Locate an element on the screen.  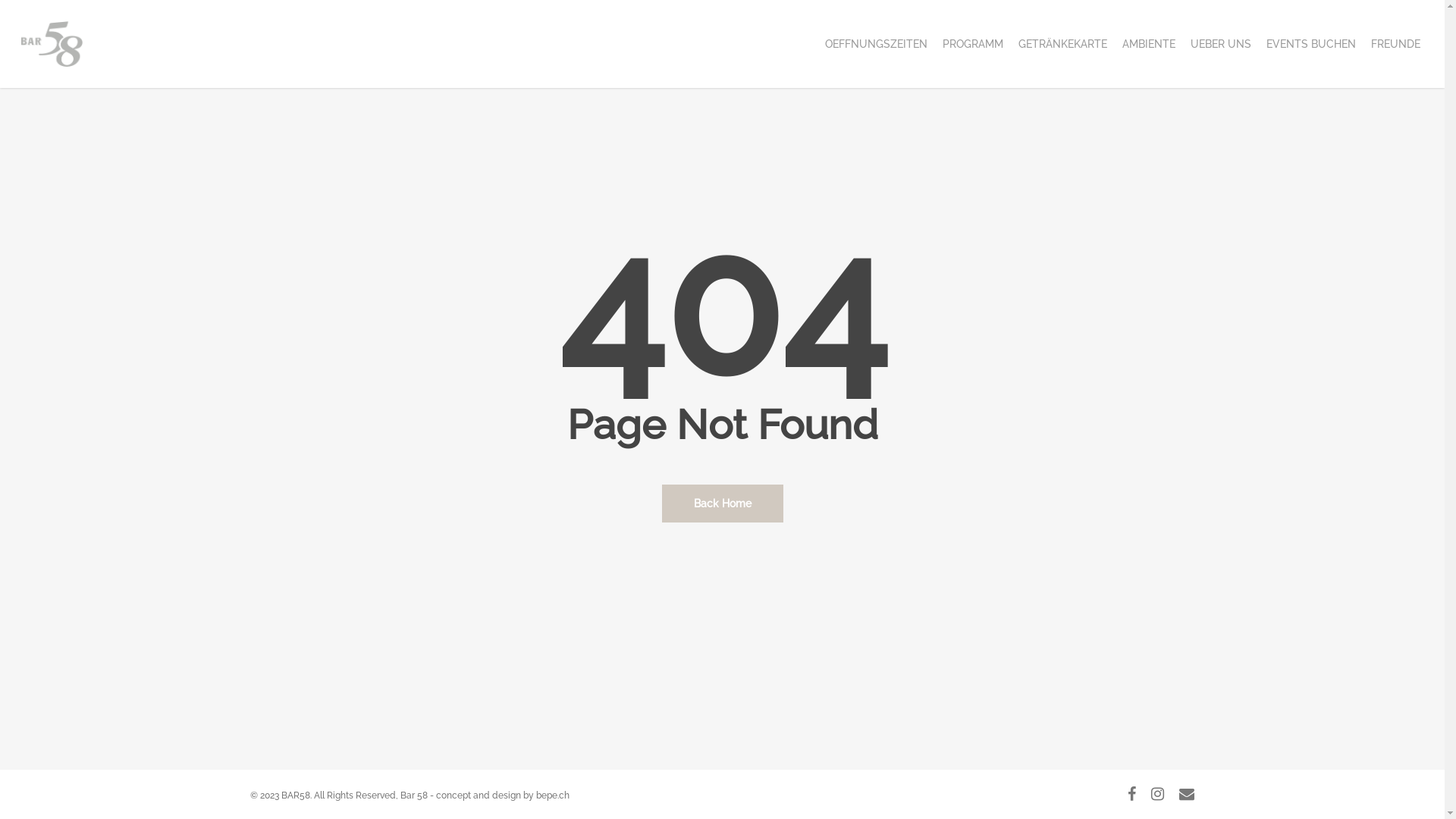
'EVENTS BUCHEN' is located at coordinates (1259, 42).